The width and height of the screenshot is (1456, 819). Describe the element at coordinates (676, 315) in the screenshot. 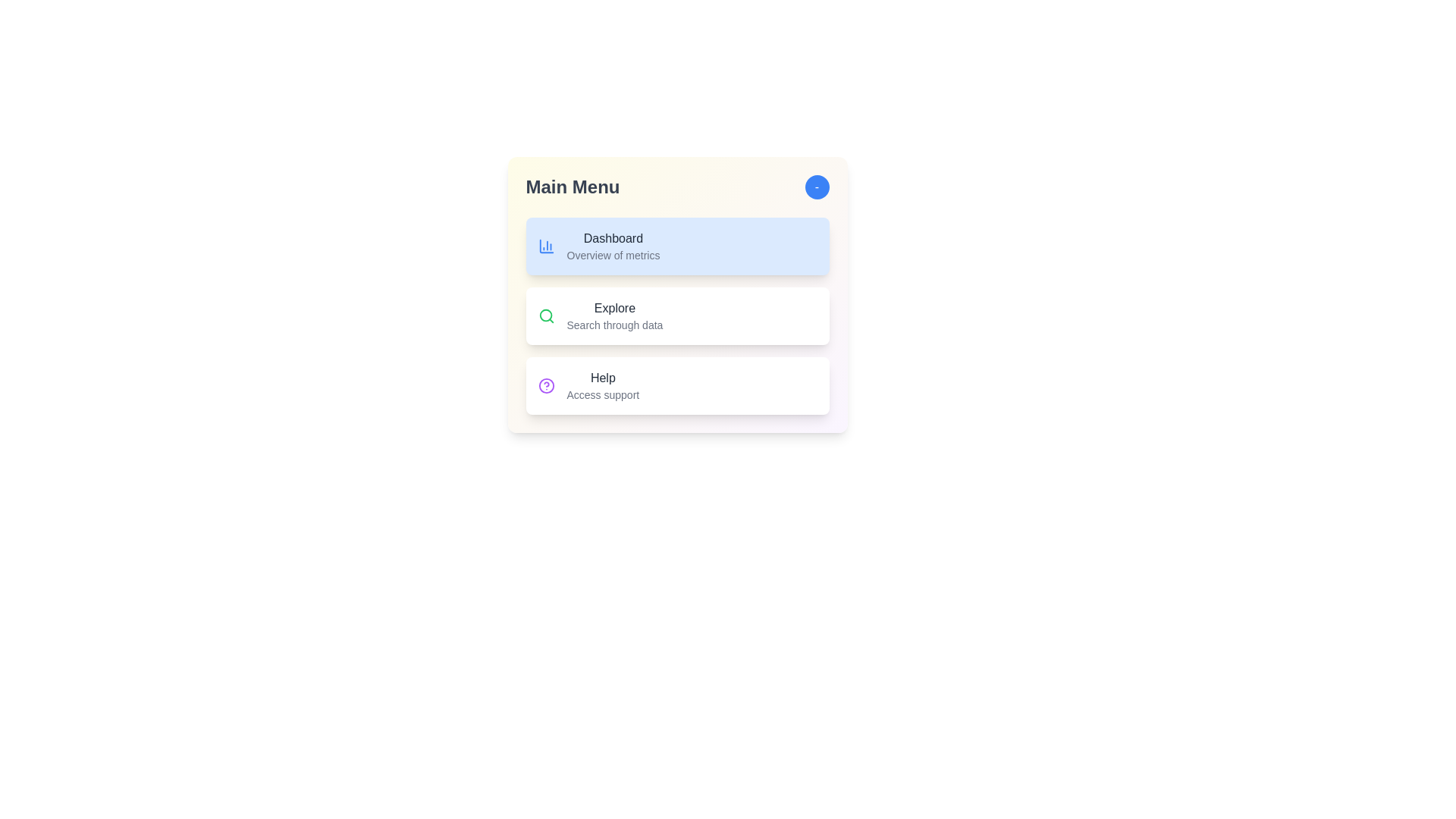

I see `the menu item Explore by clicking on it` at that location.